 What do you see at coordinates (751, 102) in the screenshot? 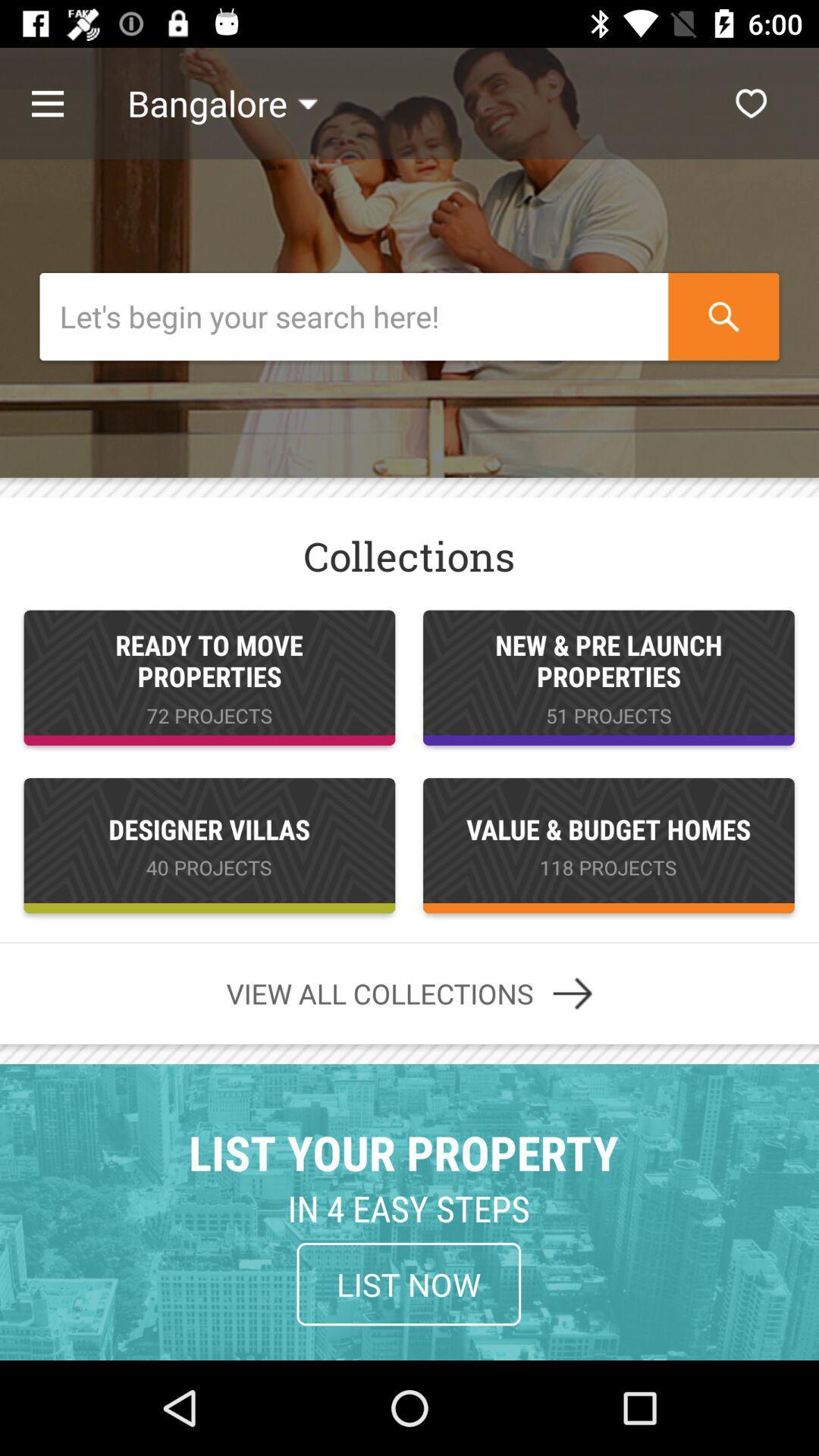
I see `the icon next to the bangalore item` at bounding box center [751, 102].